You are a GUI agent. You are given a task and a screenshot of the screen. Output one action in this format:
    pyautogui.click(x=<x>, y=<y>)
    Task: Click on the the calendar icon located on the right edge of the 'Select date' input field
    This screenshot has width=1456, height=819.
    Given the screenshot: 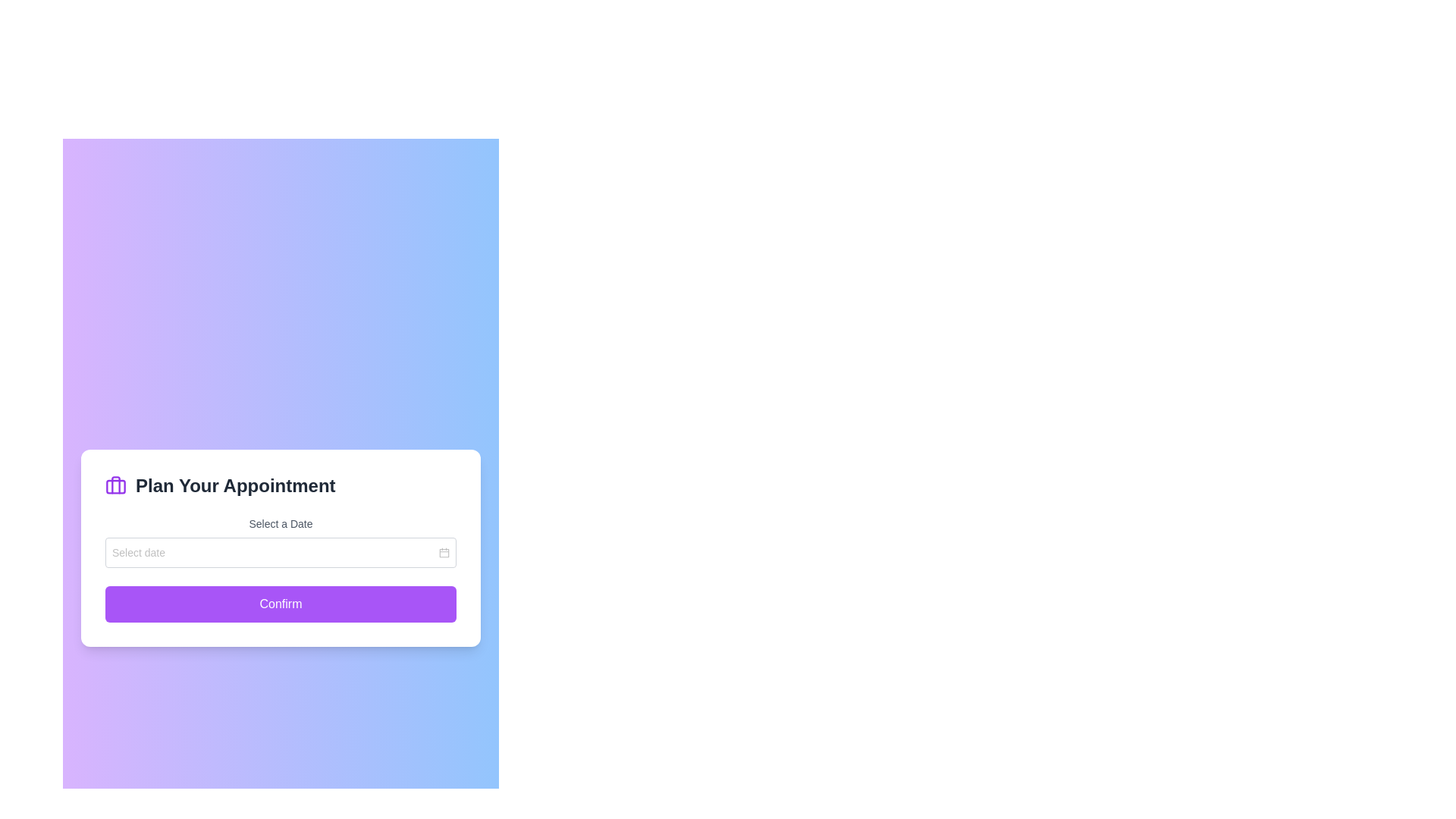 What is the action you would take?
    pyautogui.click(x=443, y=553)
    